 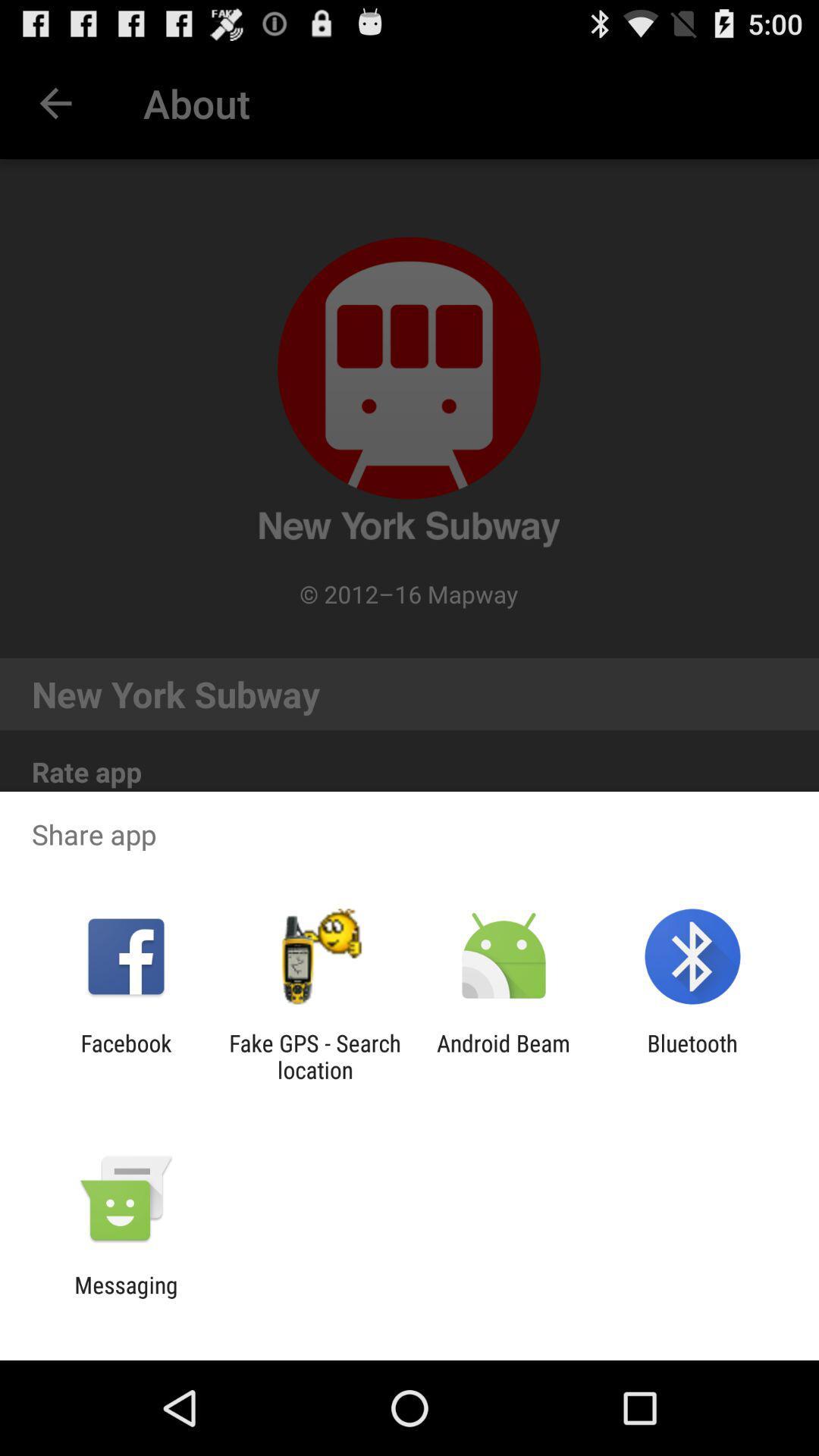 I want to click on app to the right of android beam app, so click(x=692, y=1056).